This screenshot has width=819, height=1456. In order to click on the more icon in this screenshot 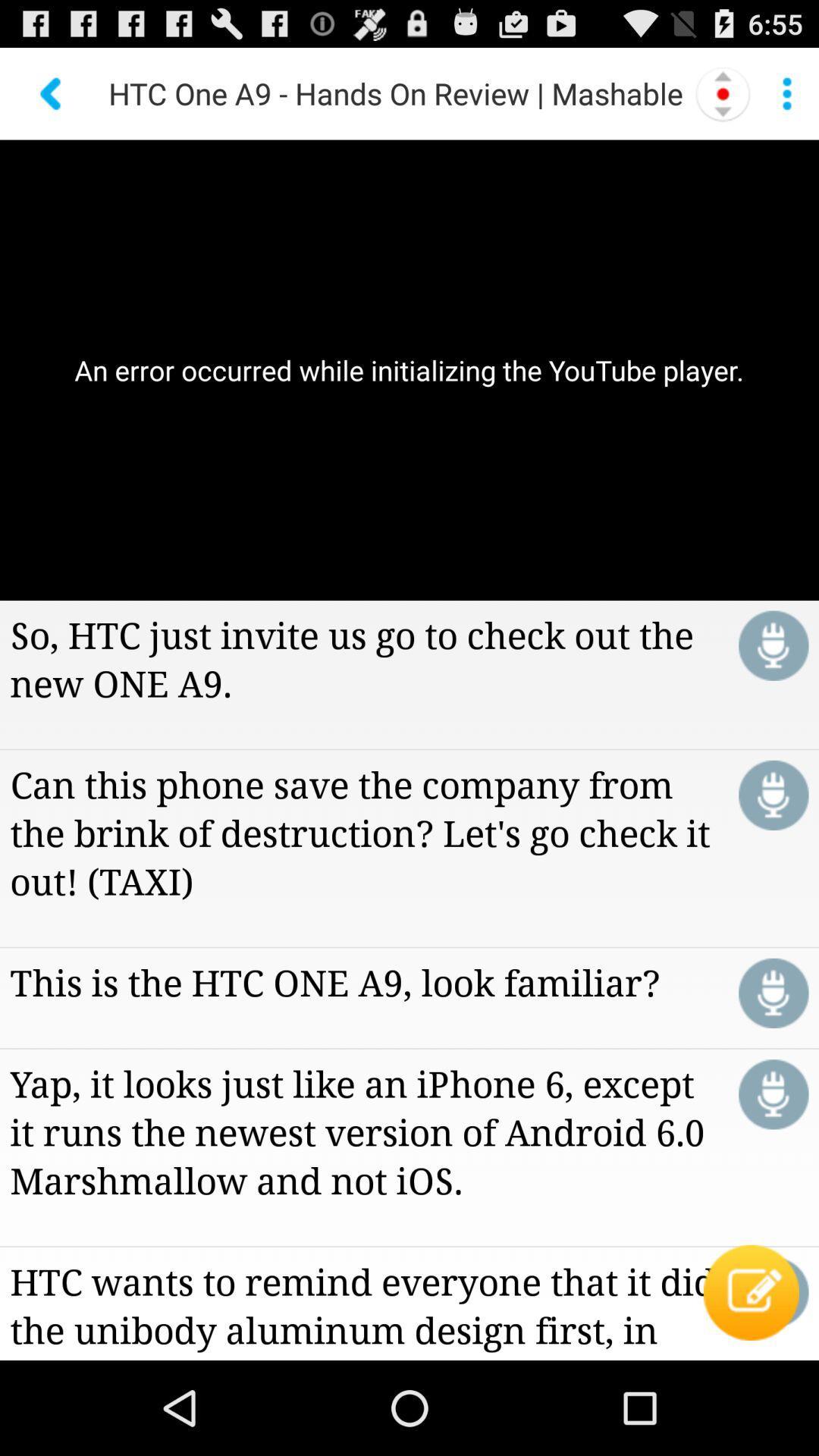, I will do `click(786, 99)`.